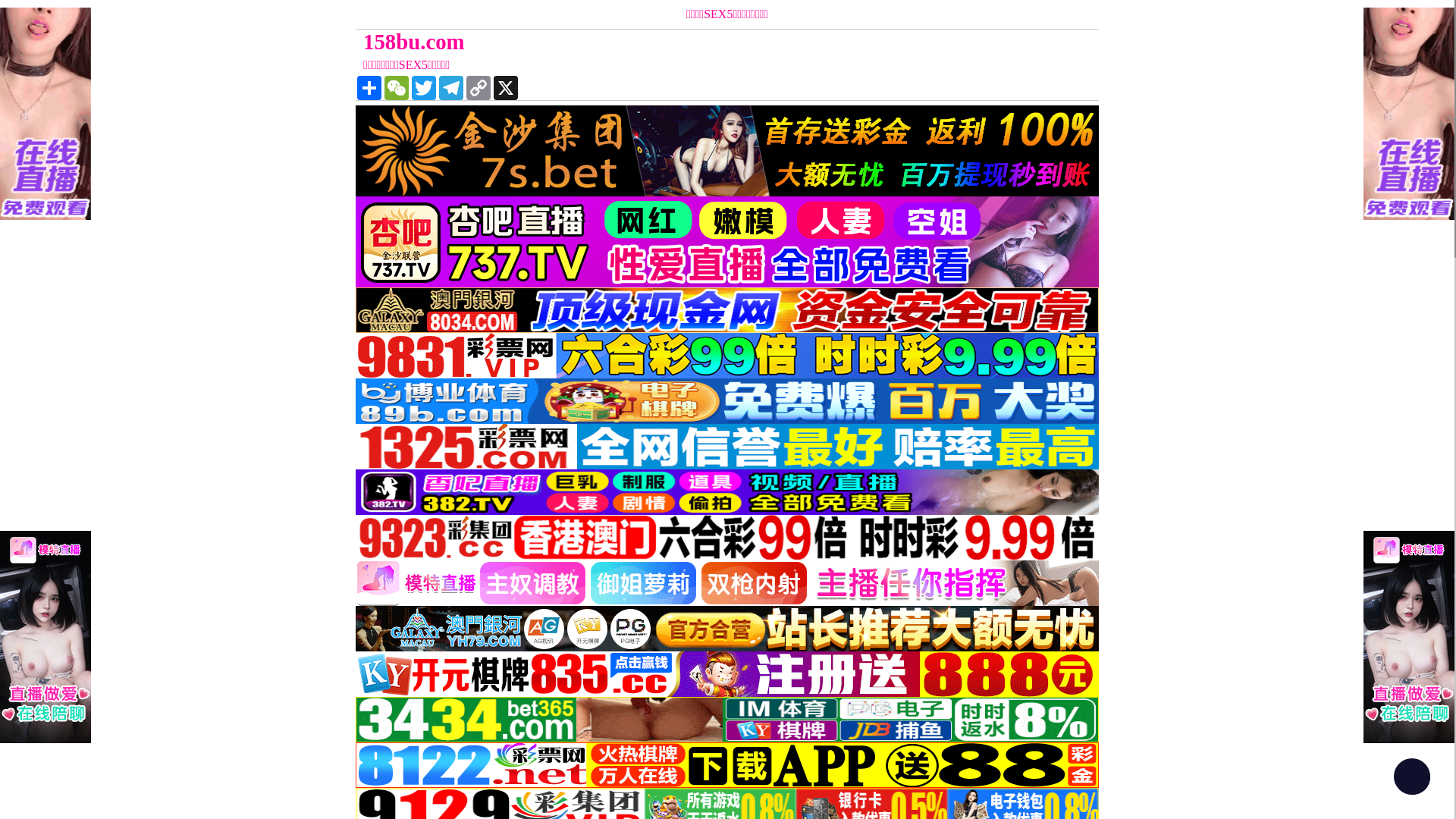 This screenshot has width=1456, height=819. I want to click on 'X', so click(506, 87).